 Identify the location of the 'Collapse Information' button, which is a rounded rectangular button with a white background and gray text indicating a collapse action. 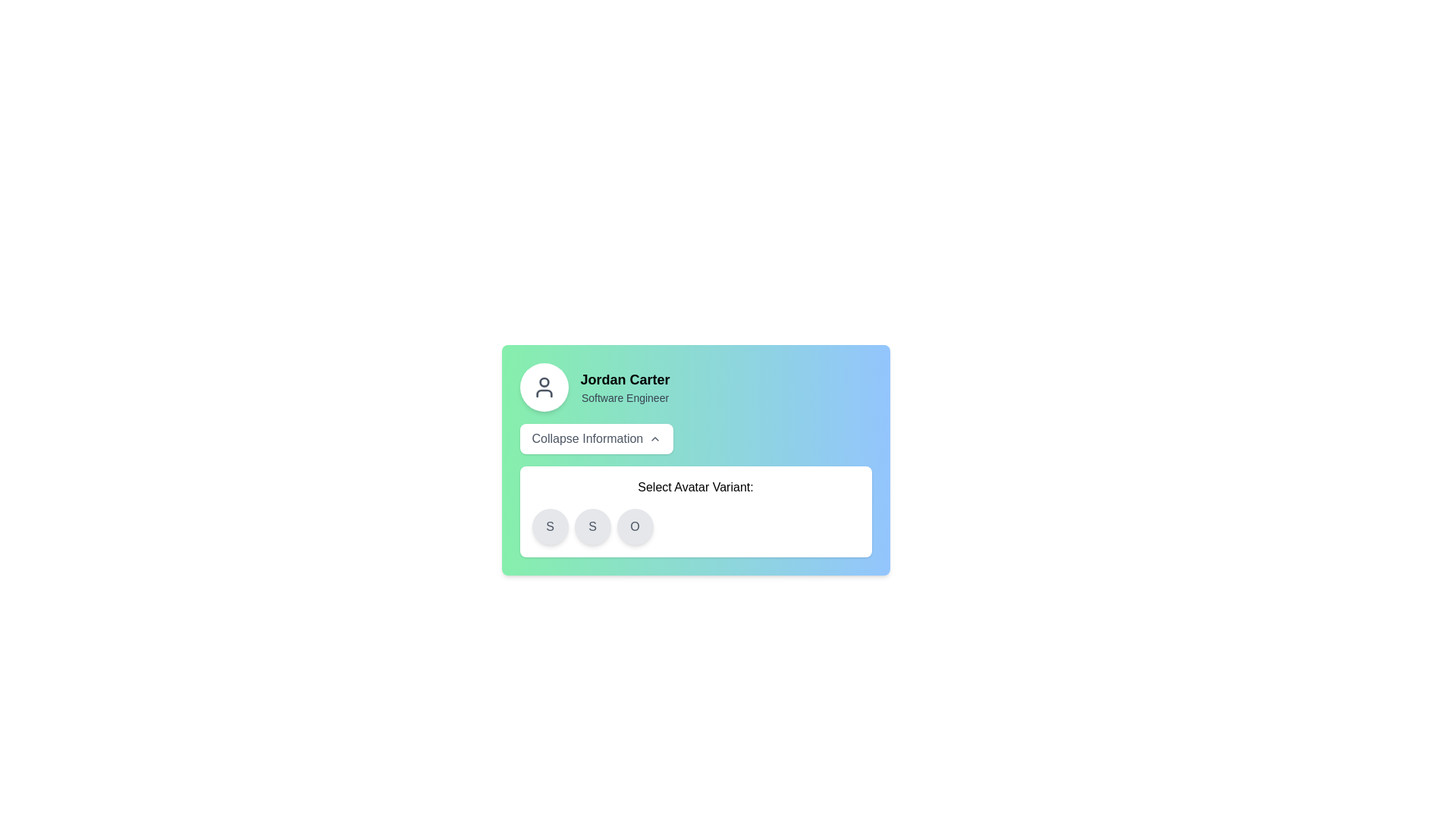
(595, 438).